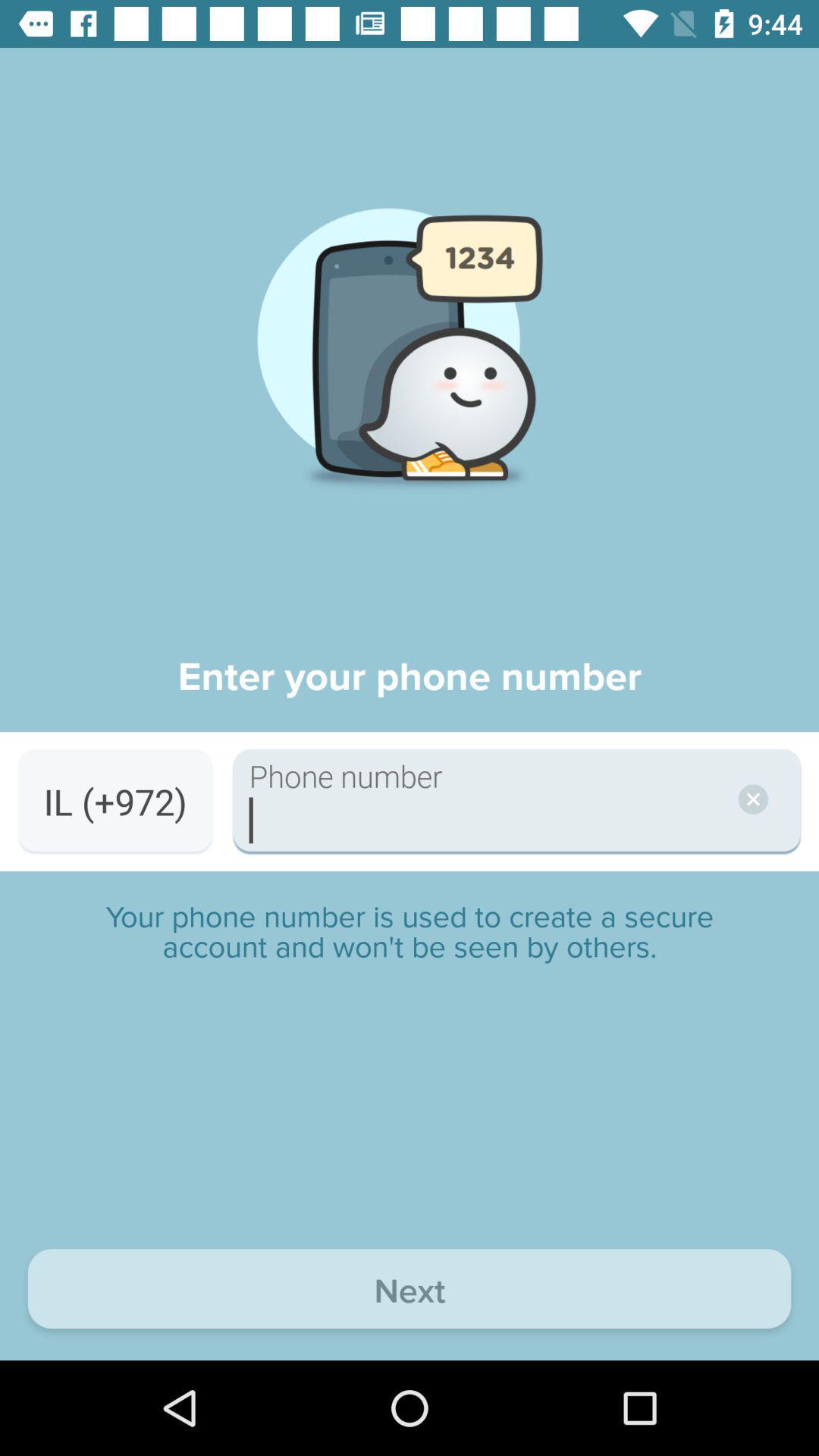  Describe the element at coordinates (115, 801) in the screenshot. I see `the il (+972) on the left` at that location.